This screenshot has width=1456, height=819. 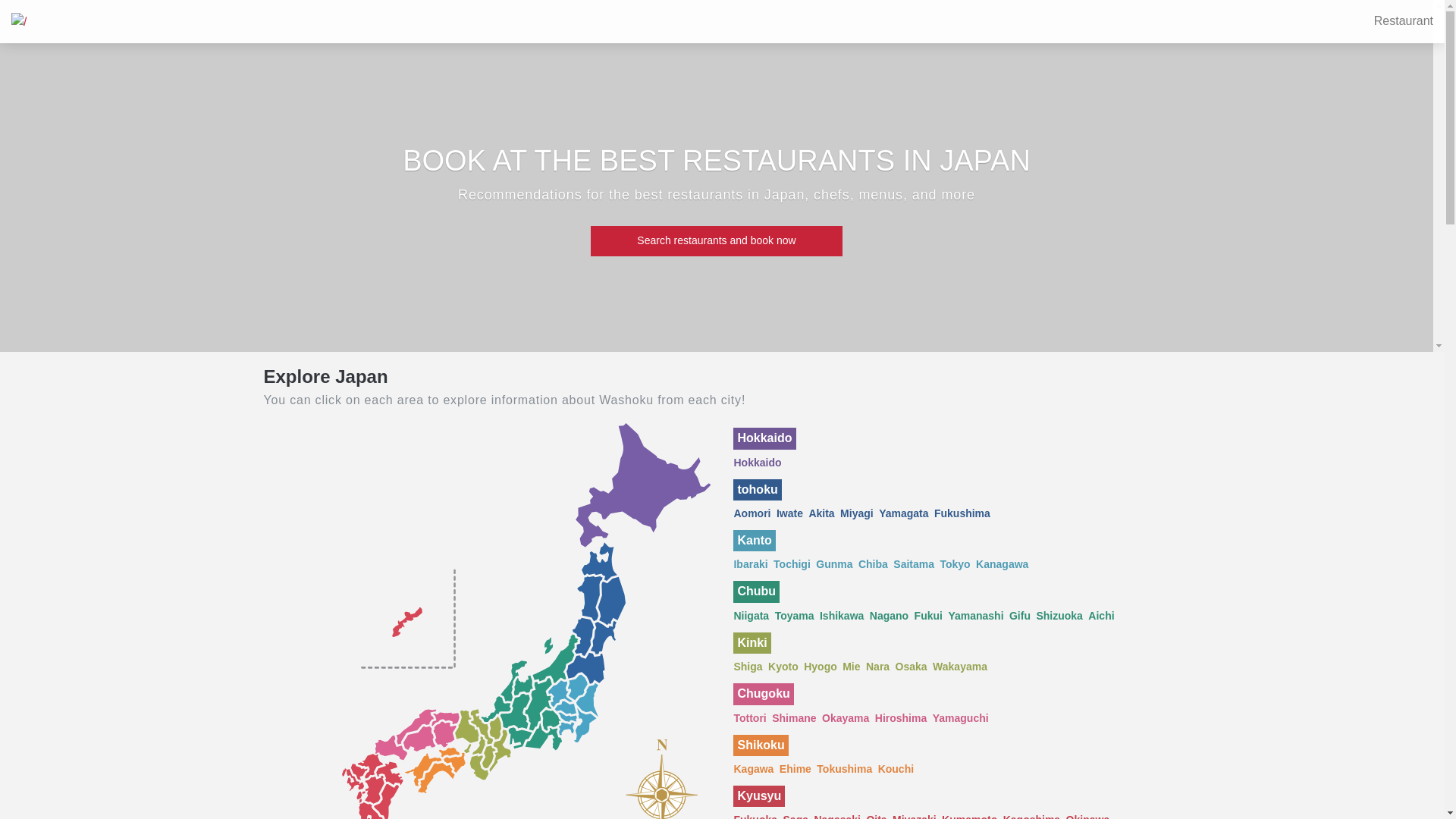 What do you see at coordinates (931, 717) in the screenshot?
I see `'Yamaguchi'` at bounding box center [931, 717].